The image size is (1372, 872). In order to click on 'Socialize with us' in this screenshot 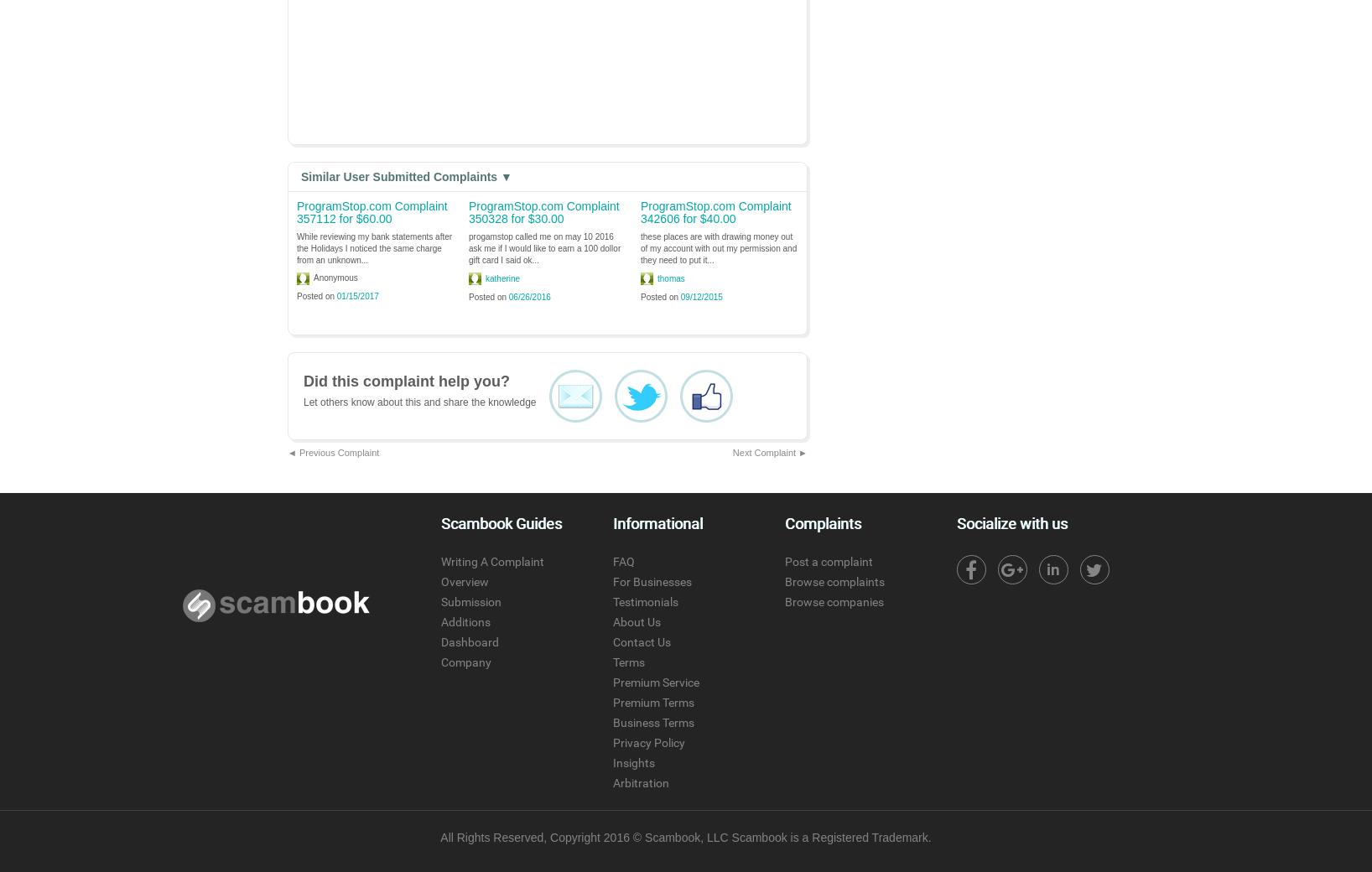, I will do `click(1011, 522)`.